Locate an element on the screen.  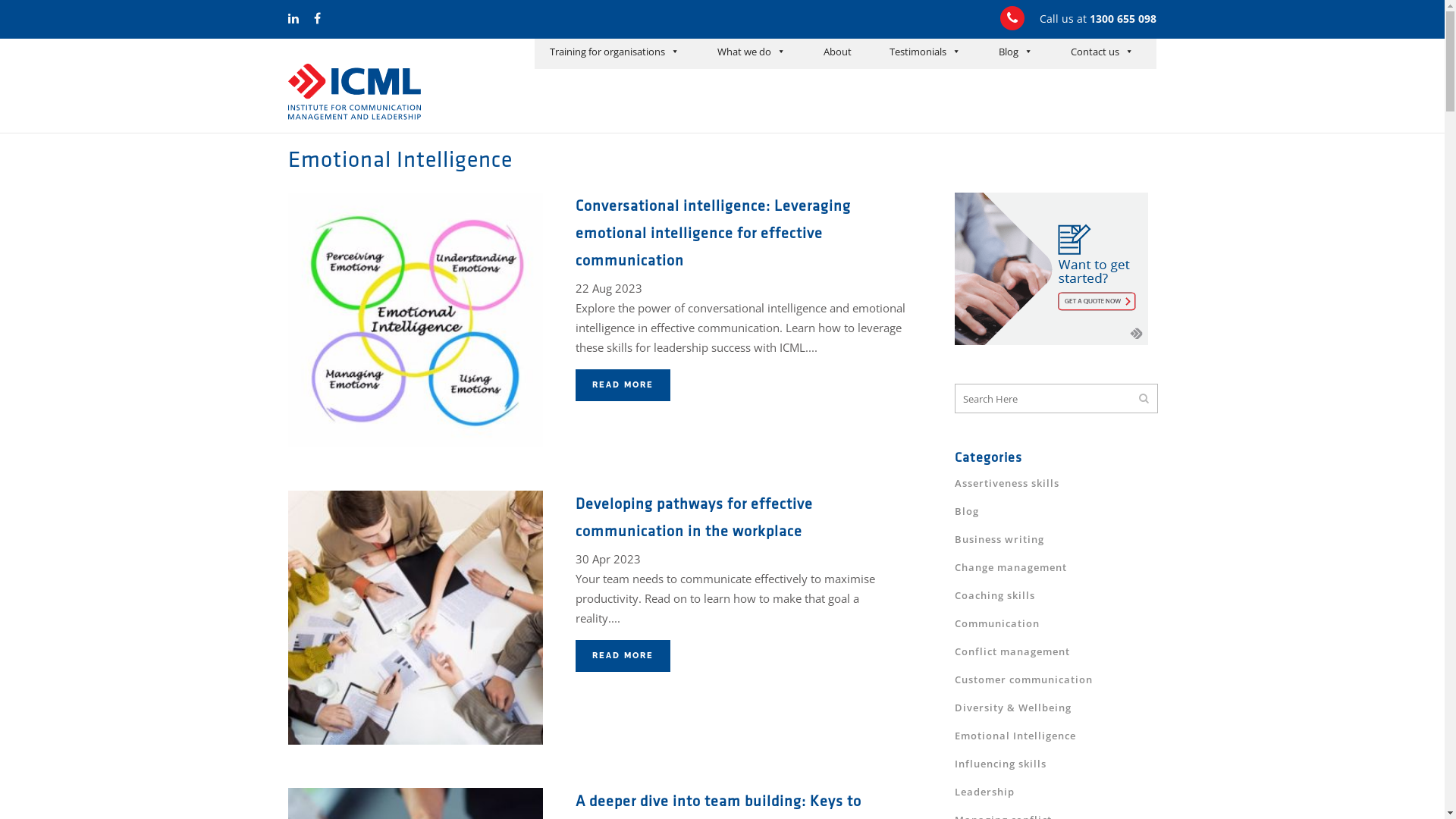
'Conflict management' is located at coordinates (953, 651).